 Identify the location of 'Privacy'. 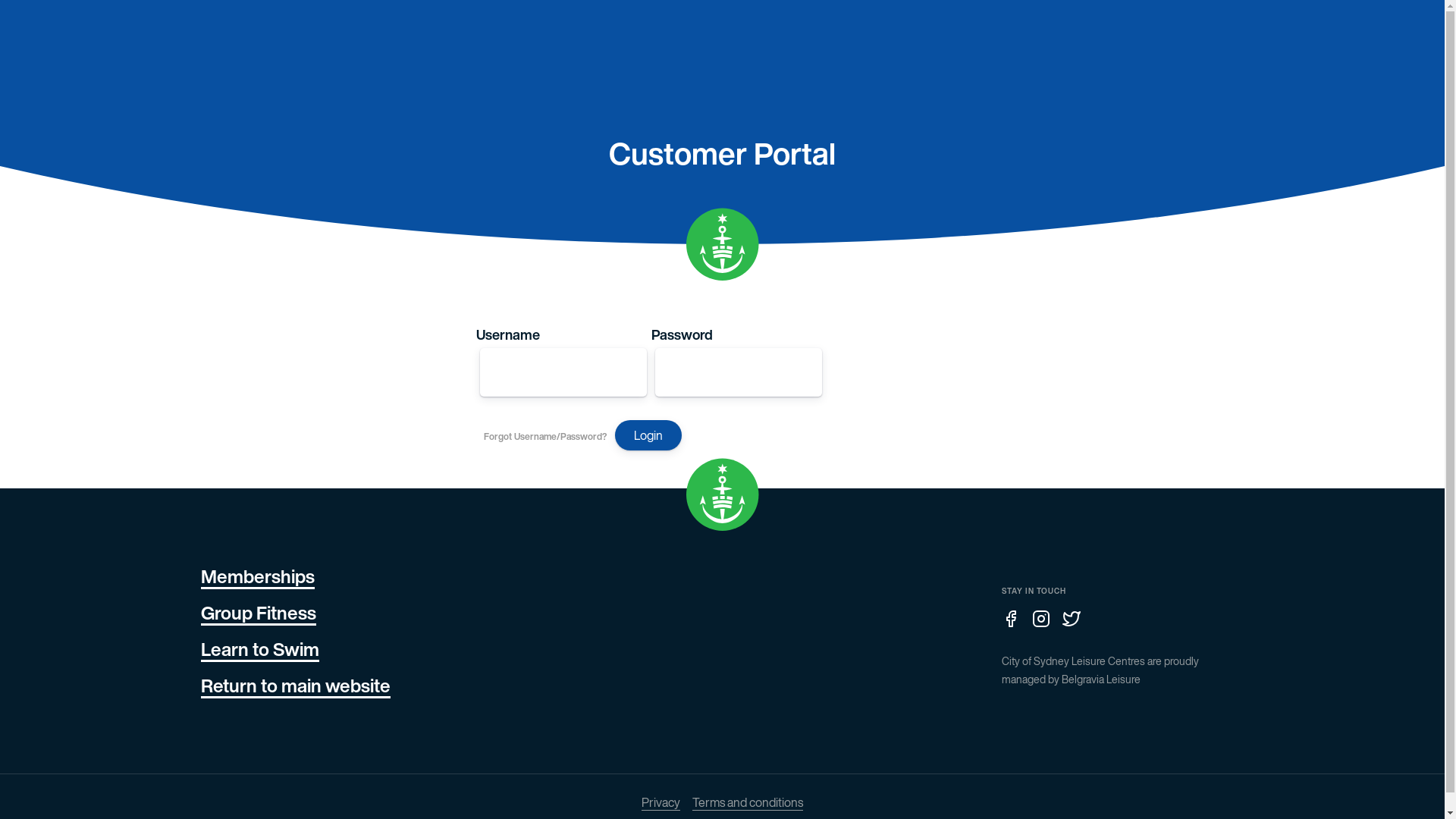
(641, 800).